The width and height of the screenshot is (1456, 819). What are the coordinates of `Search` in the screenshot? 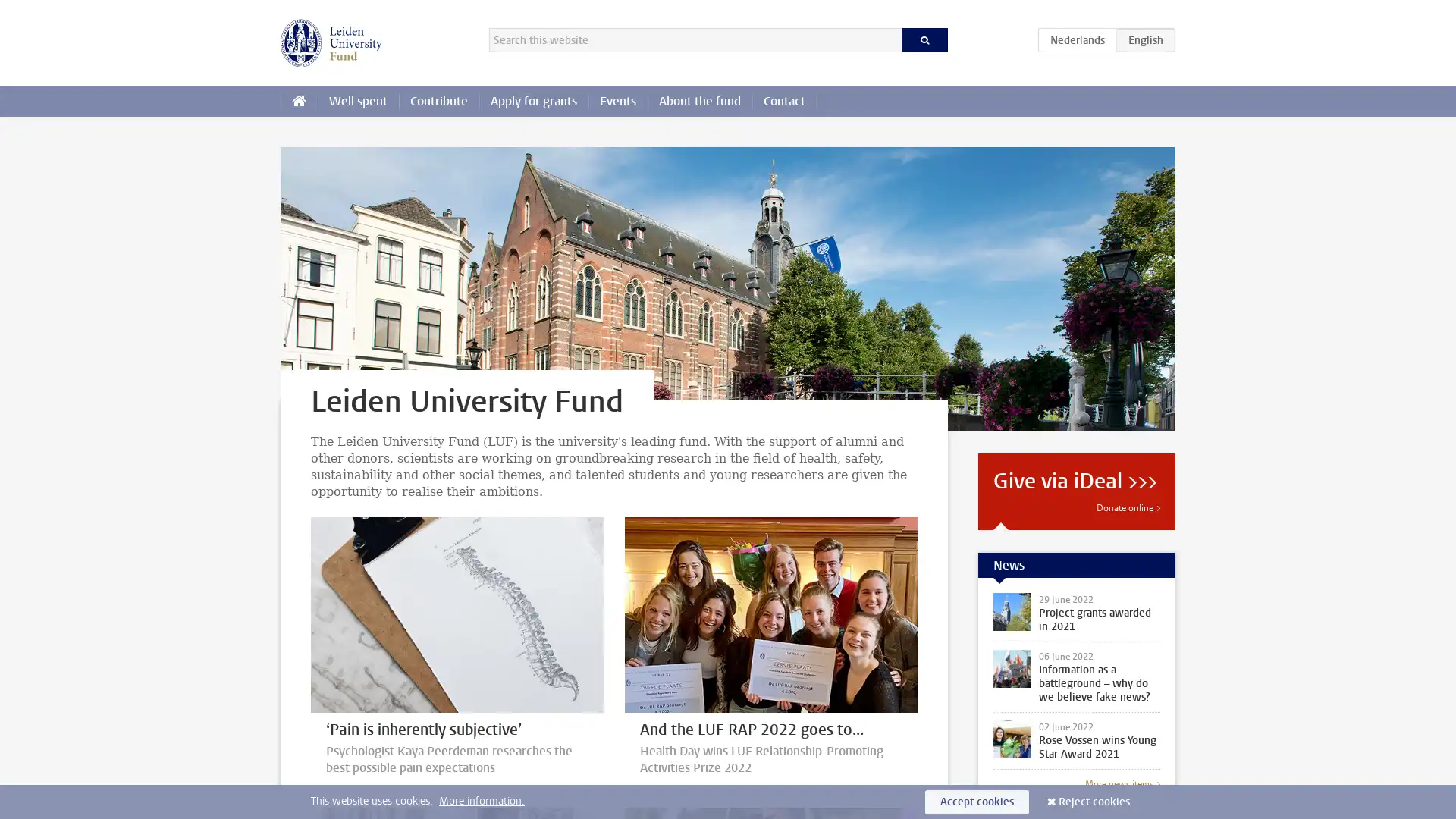 It's located at (924, 39).